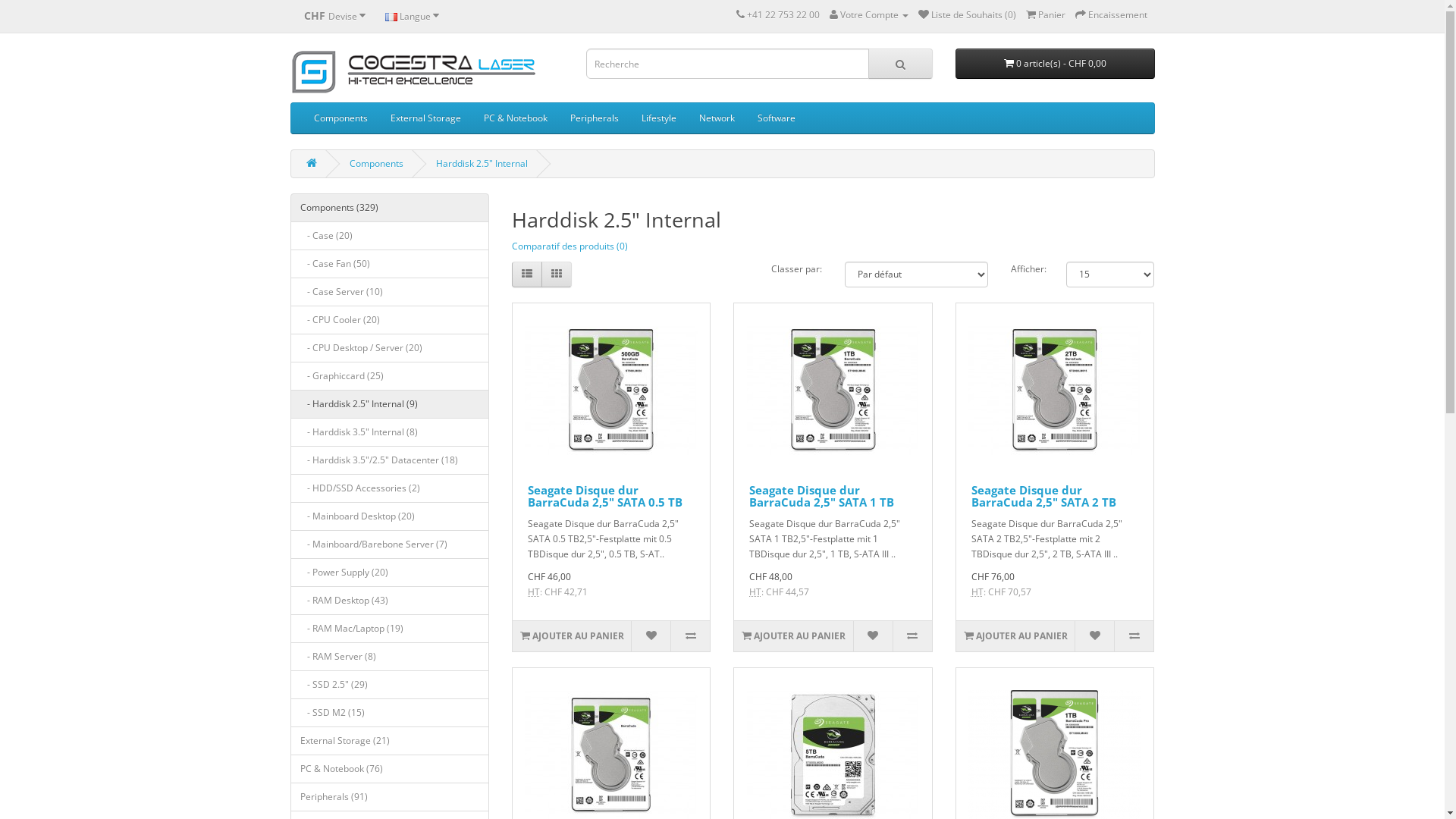 Image resolution: width=1456 pixels, height=819 pixels. Describe the element at coordinates (604, 496) in the screenshot. I see `'Seagate Disque dur BarraCuda 2,5" SATA 0.5 TB'` at that location.